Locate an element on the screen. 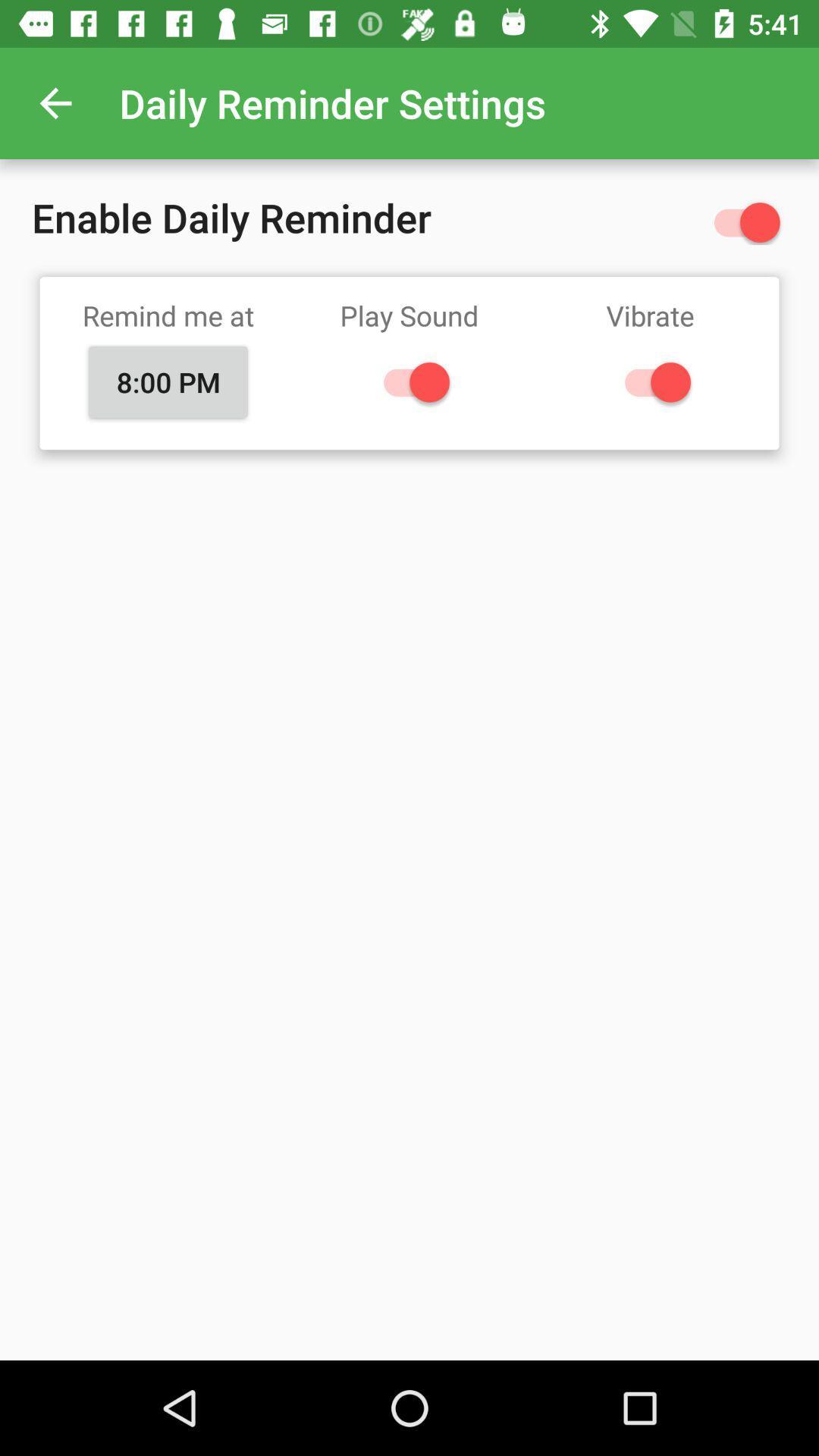 The height and width of the screenshot is (1456, 819). the 8:00 pm icon is located at coordinates (168, 382).